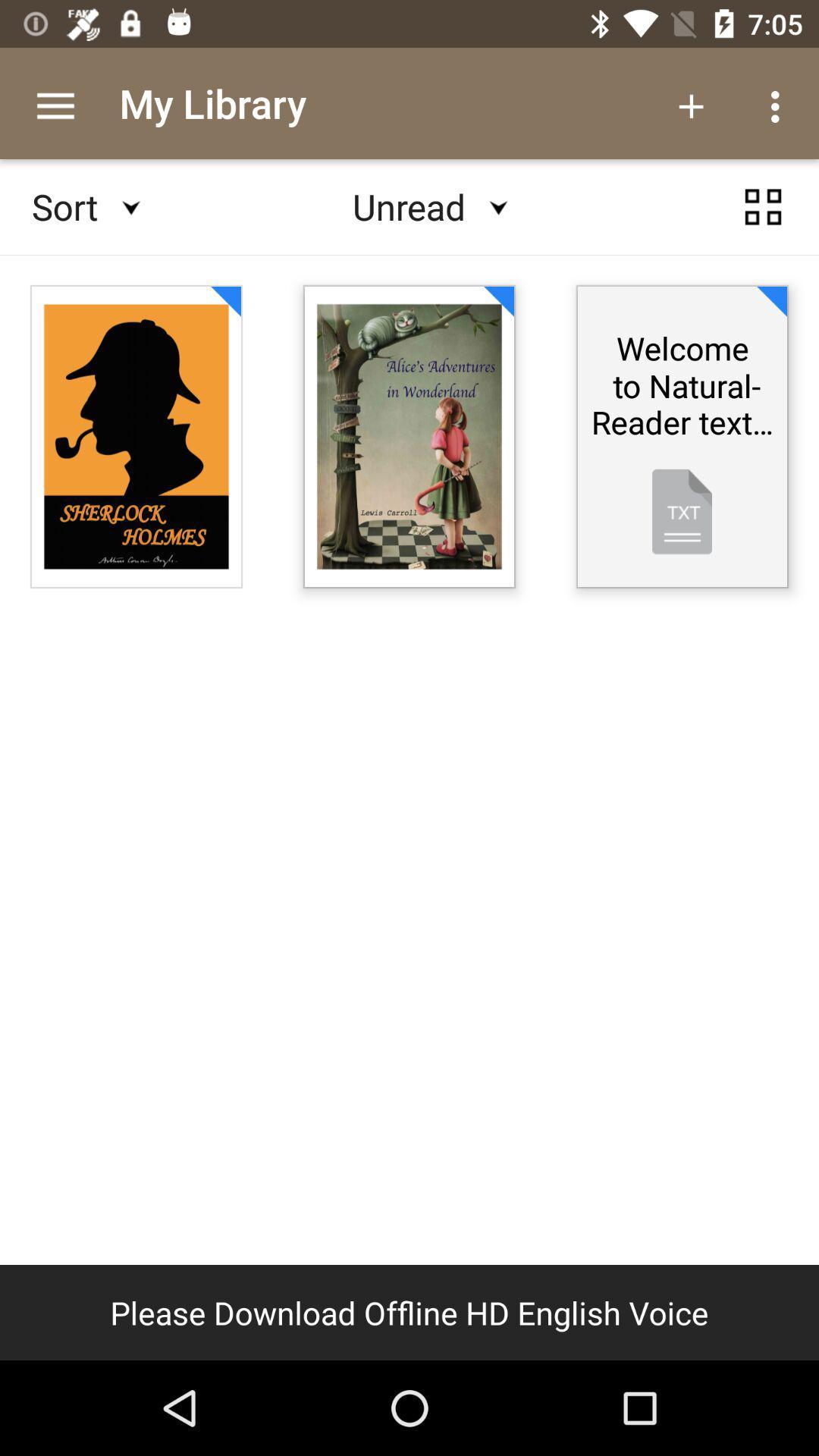  I want to click on save, so click(763, 206).